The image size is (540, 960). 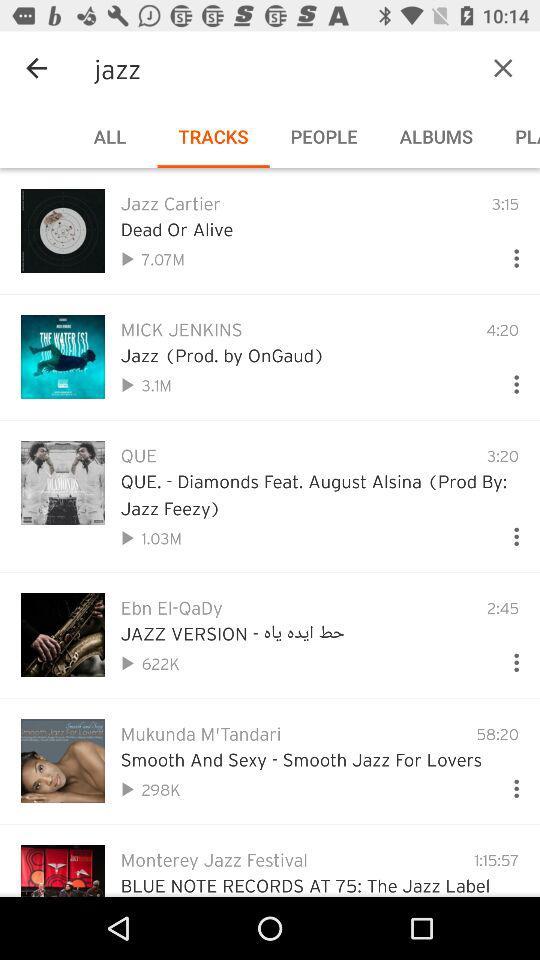 What do you see at coordinates (508, 657) in the screenshot?
I see `more information and options` at bounding box center [508, 657].